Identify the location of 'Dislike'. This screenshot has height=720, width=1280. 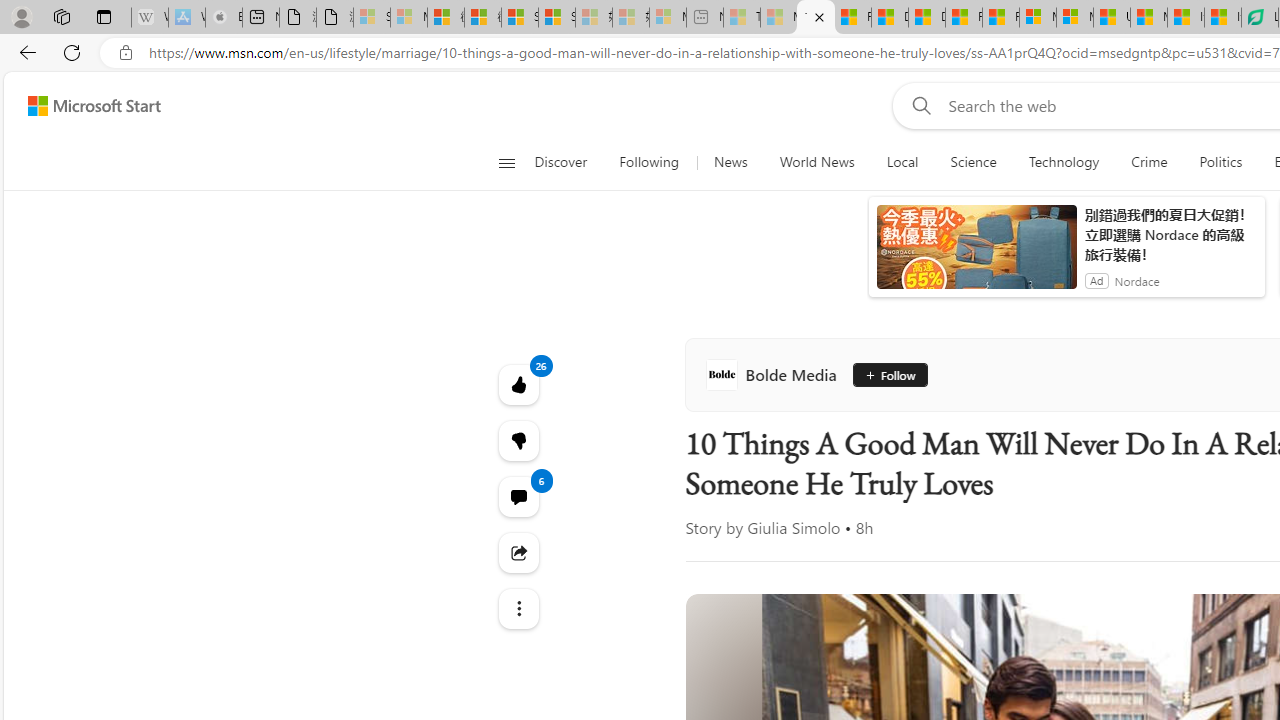
(518, 440).